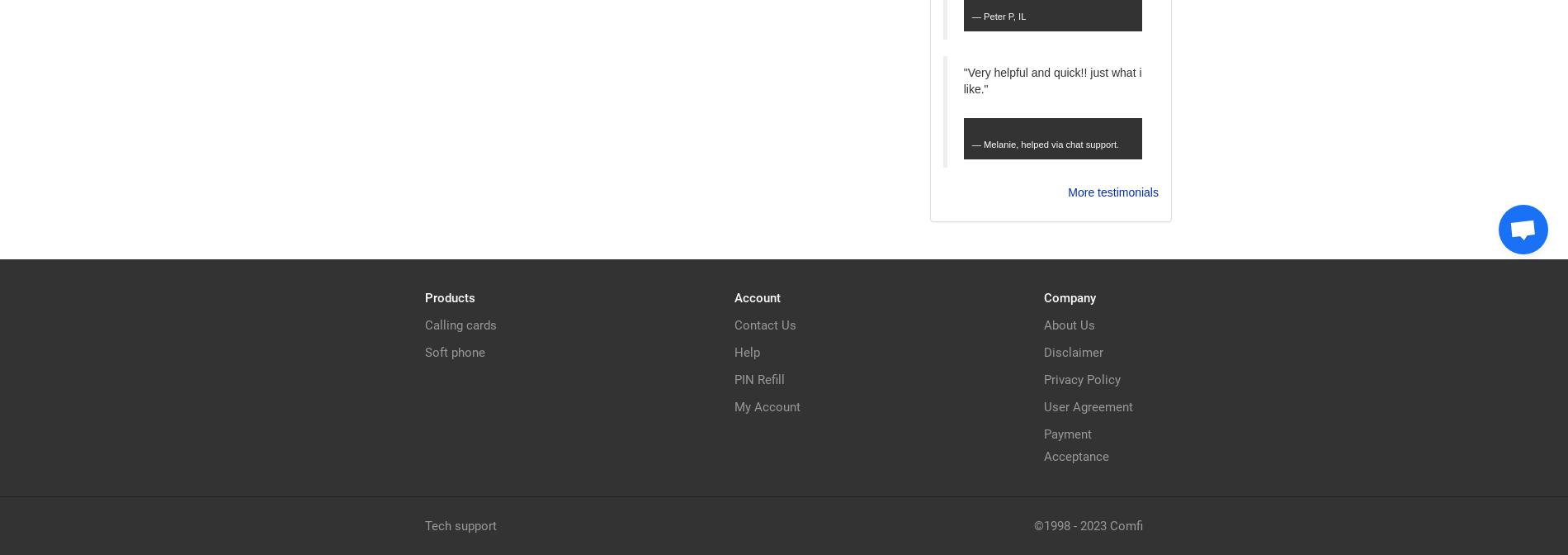 Image resolution: width=1568 pixels, height=555 pixels. Describe the element at coordinates (767, 406) in the screenshot. I see `'My Account'` at that location.